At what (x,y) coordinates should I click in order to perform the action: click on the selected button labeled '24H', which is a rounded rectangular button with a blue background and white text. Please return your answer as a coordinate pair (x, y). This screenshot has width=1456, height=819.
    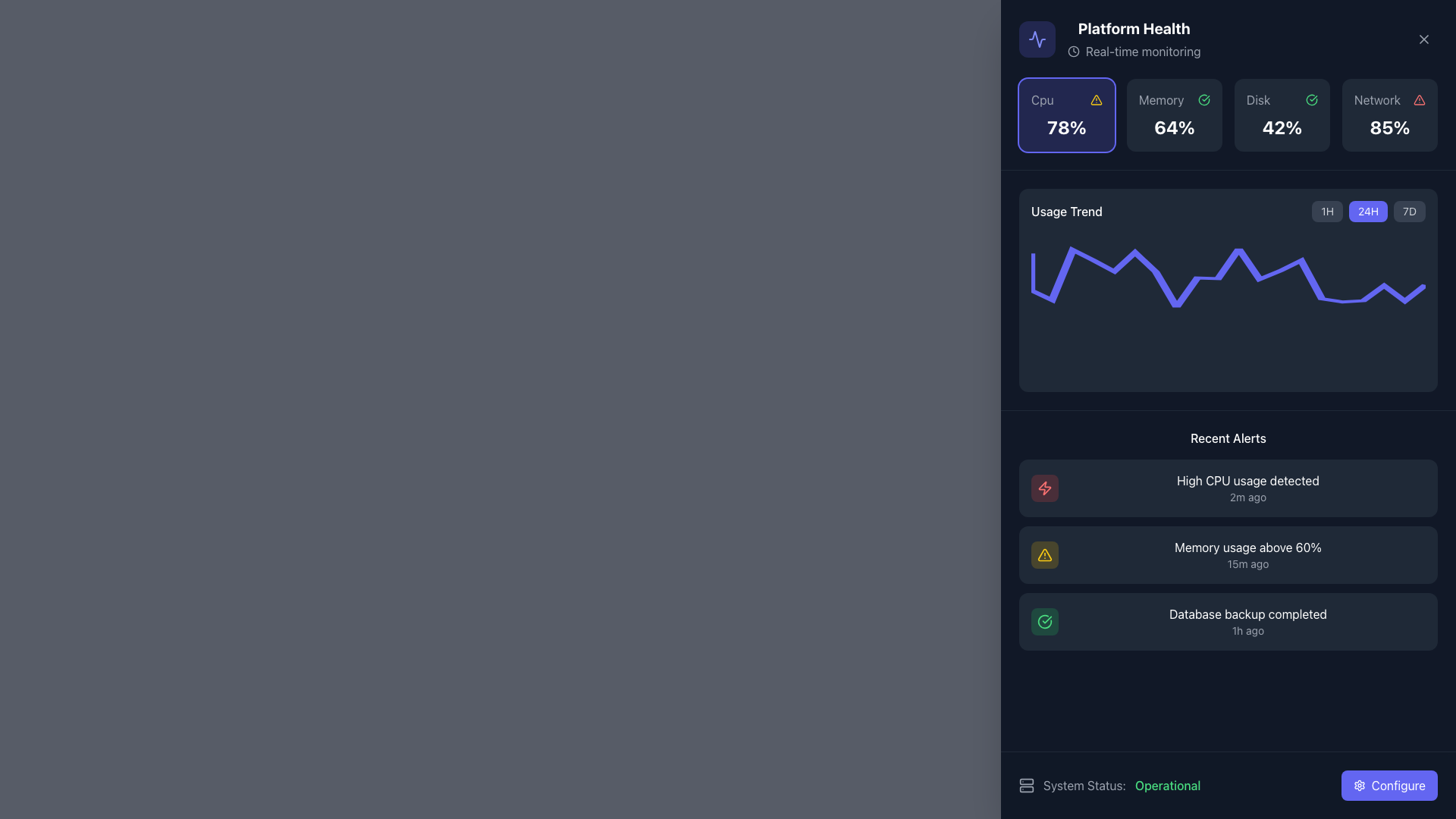
    Looking at the image, I should click on (1369, 211).